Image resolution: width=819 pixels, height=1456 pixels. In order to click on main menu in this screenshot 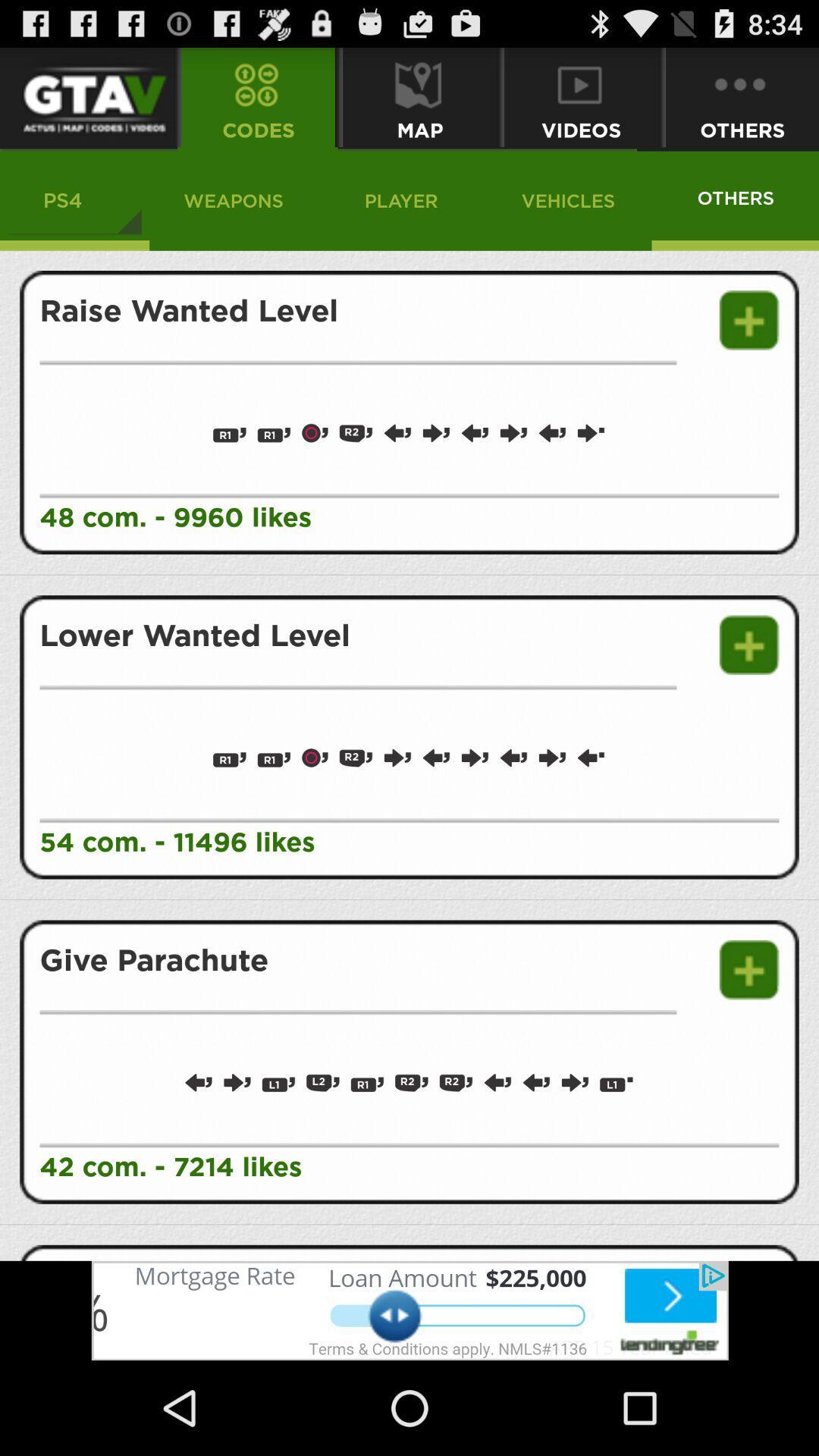, I will do `click(86, 96)`.